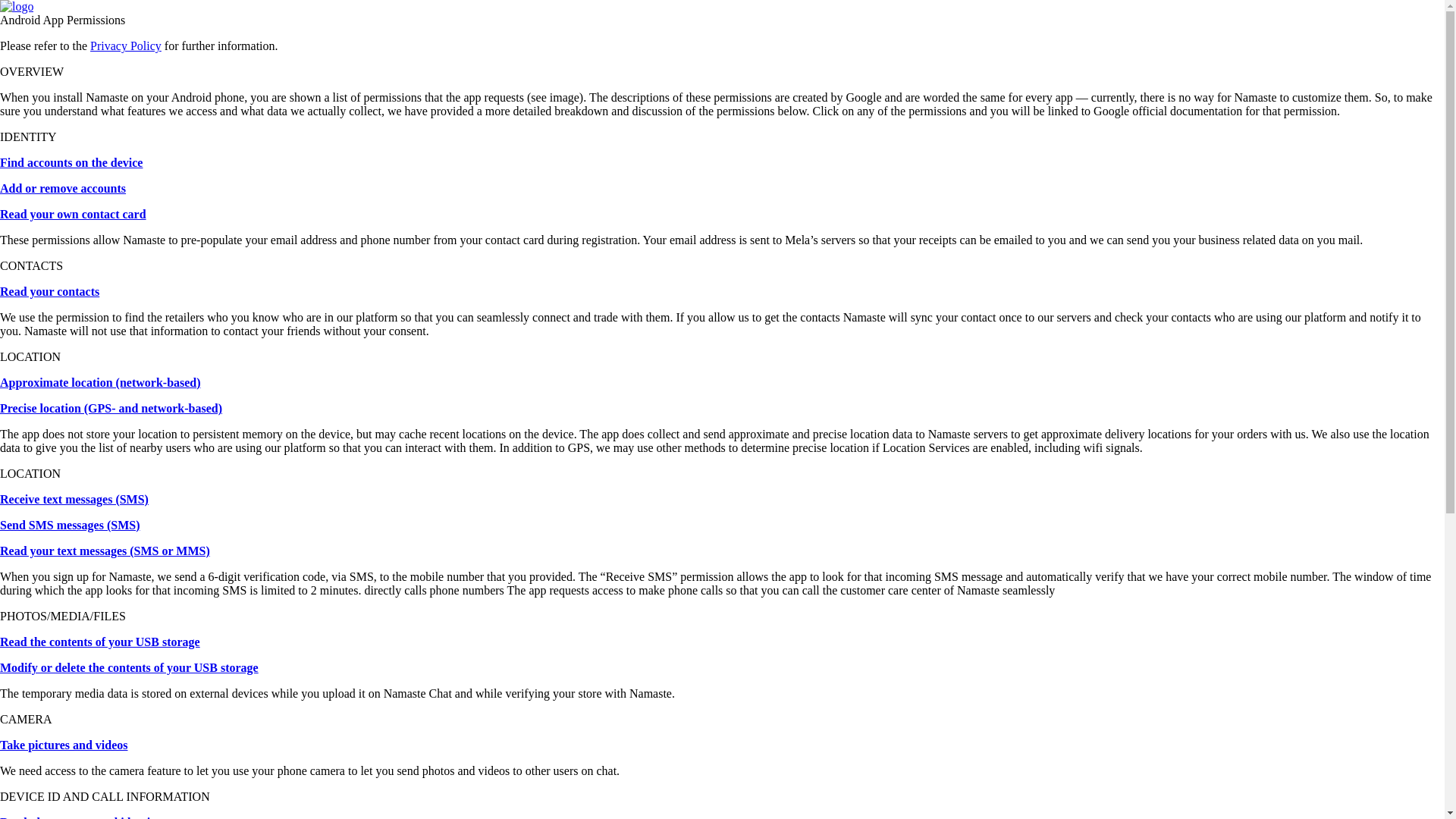  I want to click on 'Read your text messages (SMS or MMS)', so click(104, 551).